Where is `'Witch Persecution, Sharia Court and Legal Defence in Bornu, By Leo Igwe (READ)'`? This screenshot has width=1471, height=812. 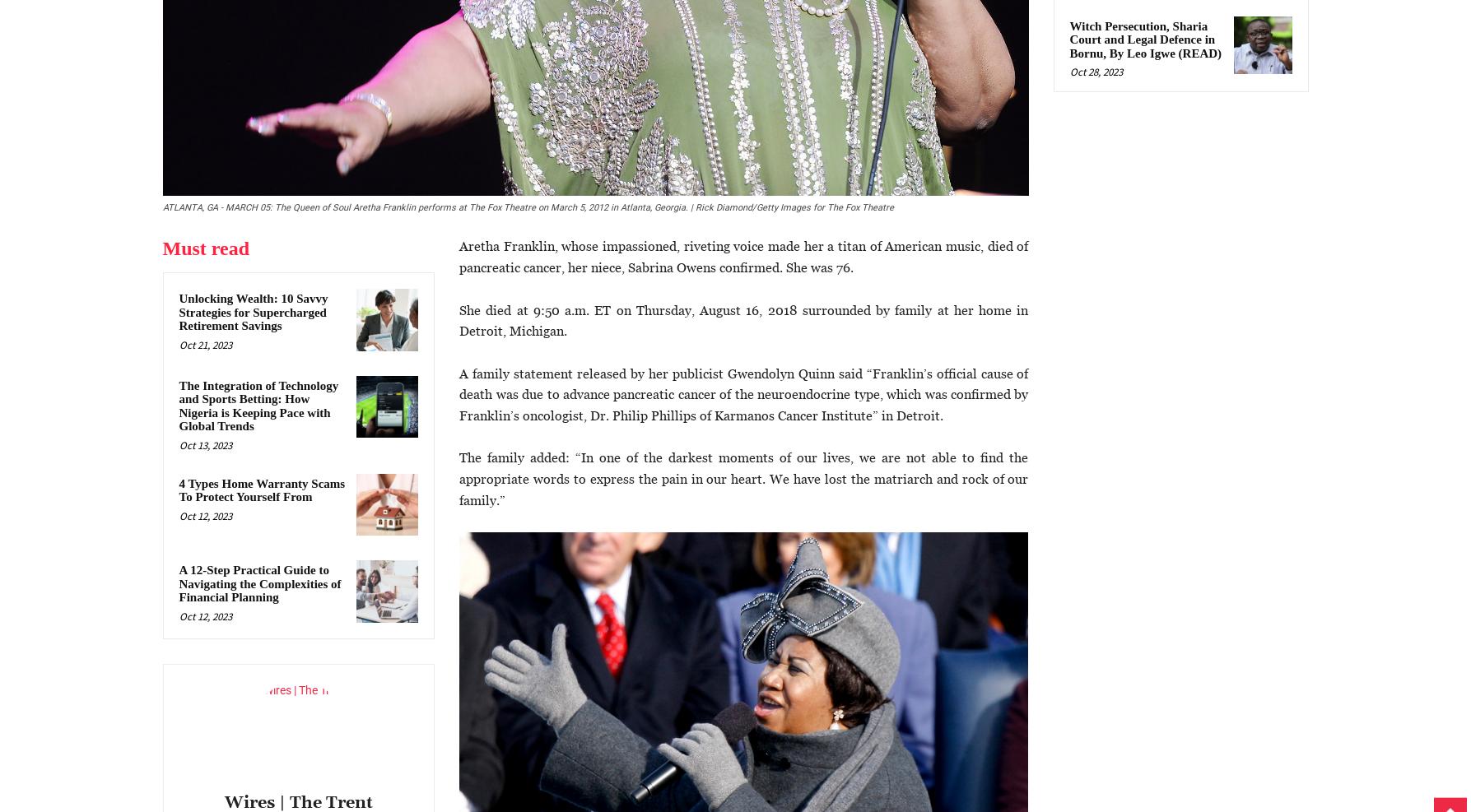 'Witch Persecution, Sharia Court and Legal Defence in Bornu, By Leo Igwe (READ)' is located at coordinates (1144, 38).